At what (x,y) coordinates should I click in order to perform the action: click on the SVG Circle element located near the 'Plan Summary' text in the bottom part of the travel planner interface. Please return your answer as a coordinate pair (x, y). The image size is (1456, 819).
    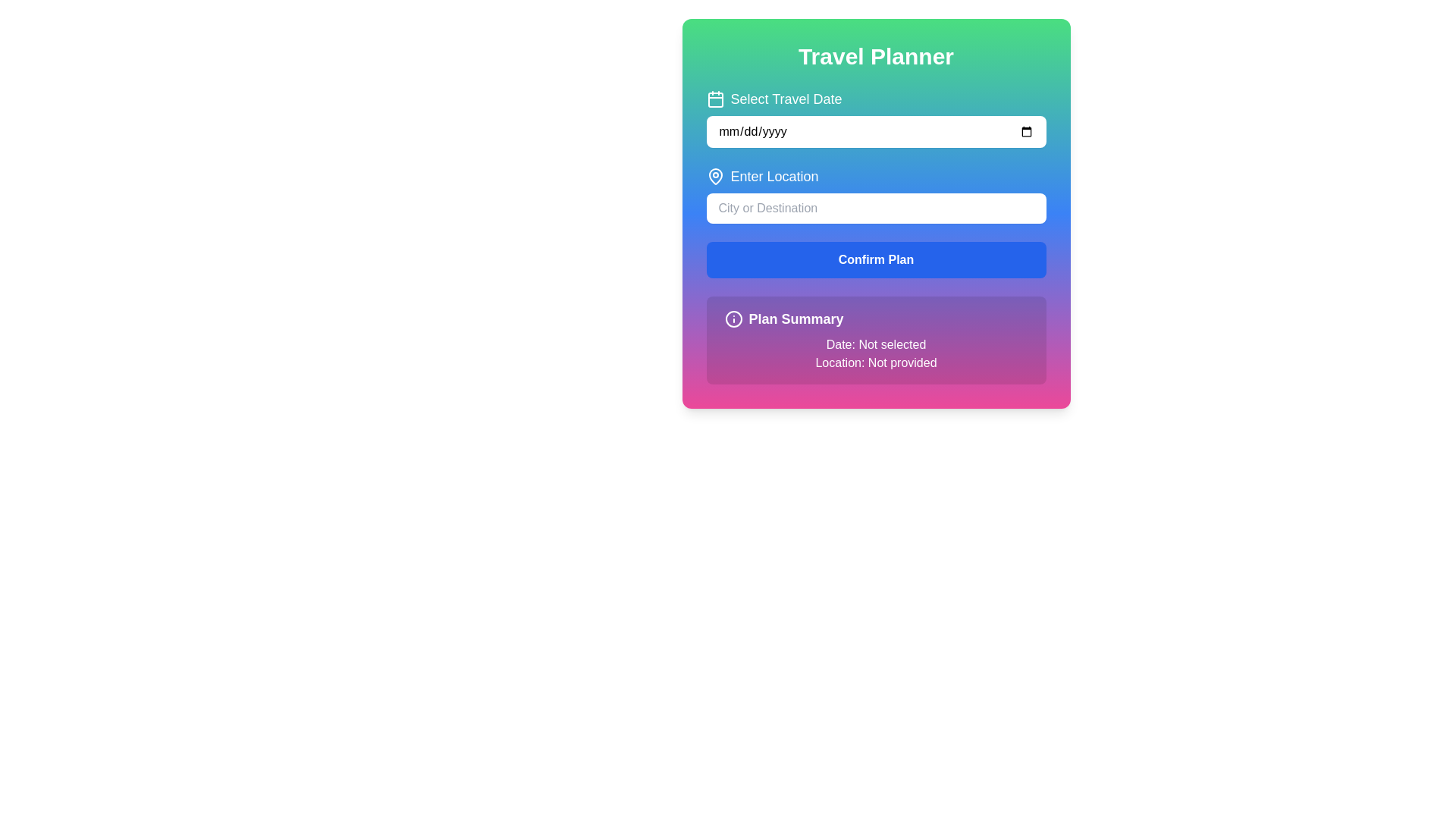
    Looking at the image, I should click on (733, 318).